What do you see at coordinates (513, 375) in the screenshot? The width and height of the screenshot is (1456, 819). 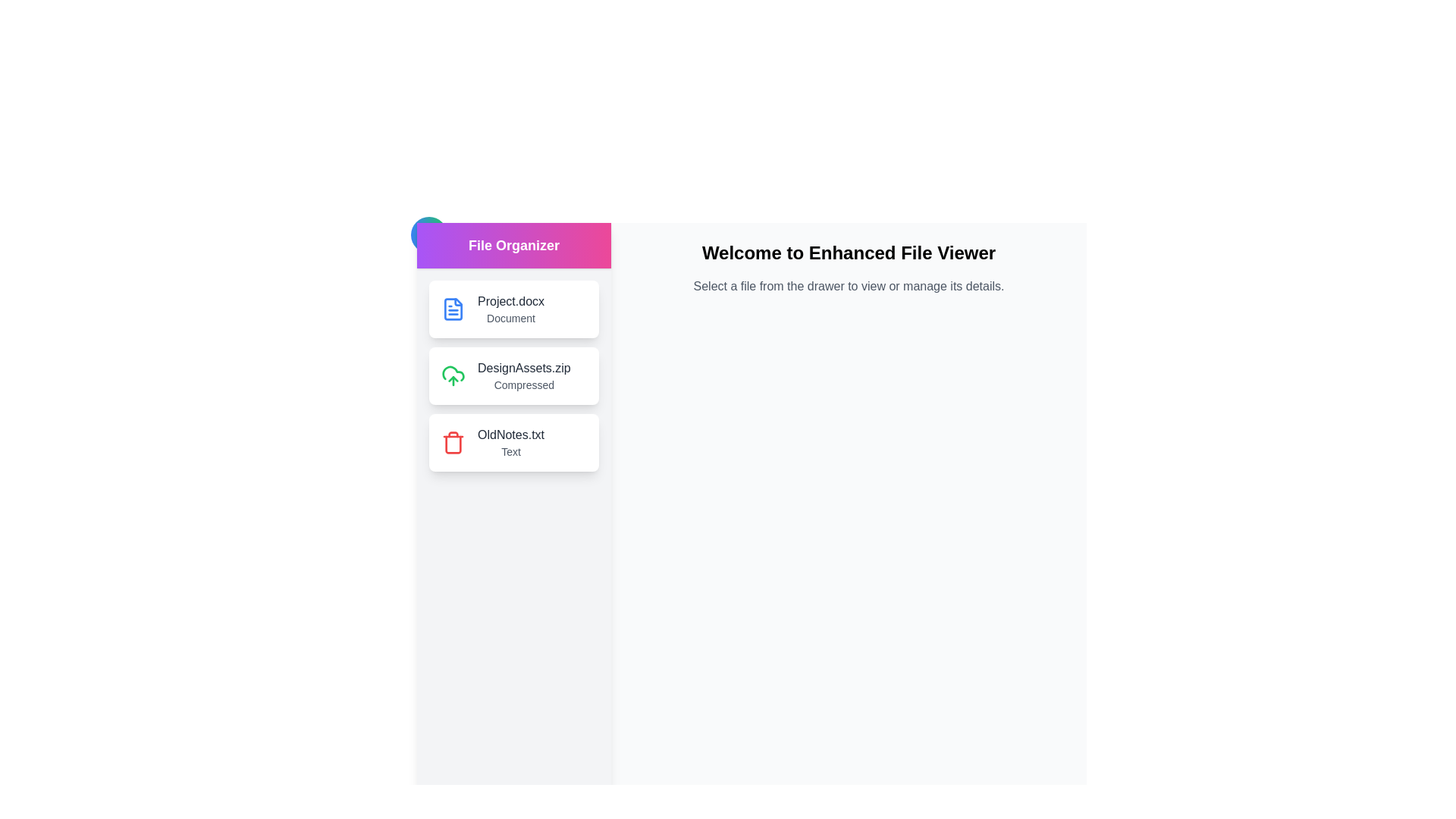 I see `the file DesignAssets.zip from the list` at bounding box center [513, 375].